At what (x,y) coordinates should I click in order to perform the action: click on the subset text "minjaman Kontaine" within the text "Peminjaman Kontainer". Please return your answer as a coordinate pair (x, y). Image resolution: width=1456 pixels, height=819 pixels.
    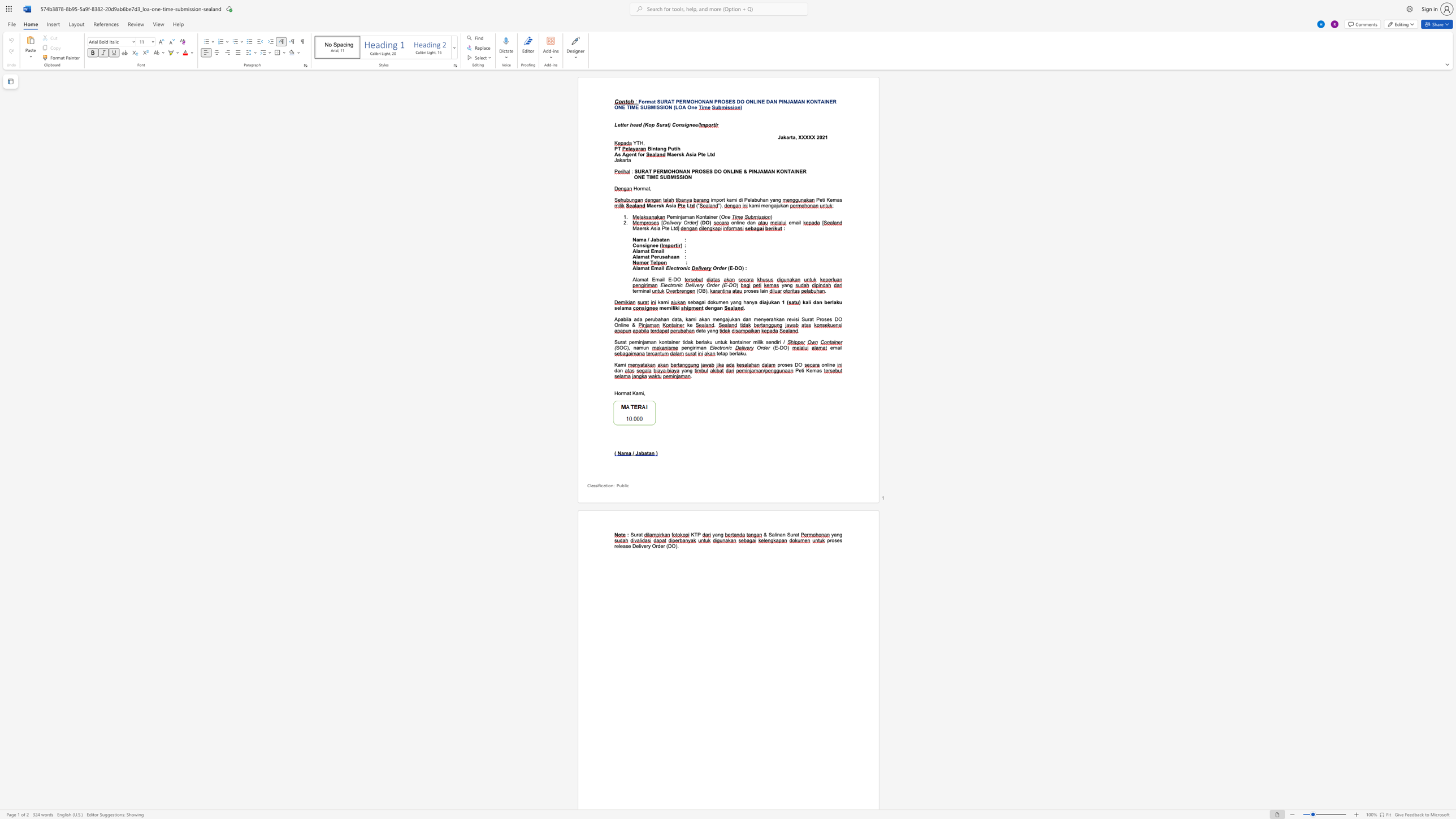
    Looking at the image, I should click on (672, 216).